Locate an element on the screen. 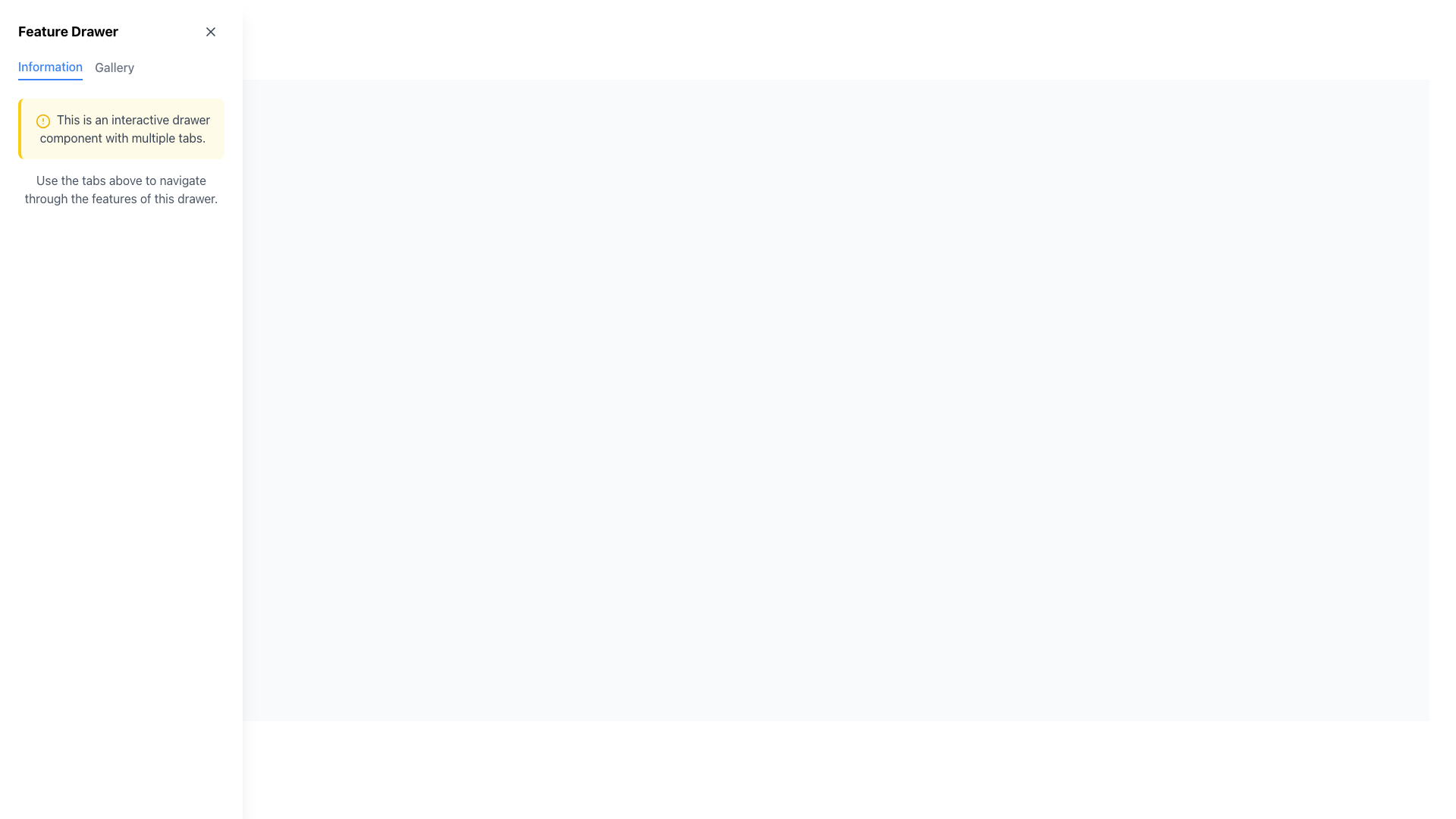  the first tab labeled 'Information' at the top-left corner of the tab group is located at coordinates (50, 69).